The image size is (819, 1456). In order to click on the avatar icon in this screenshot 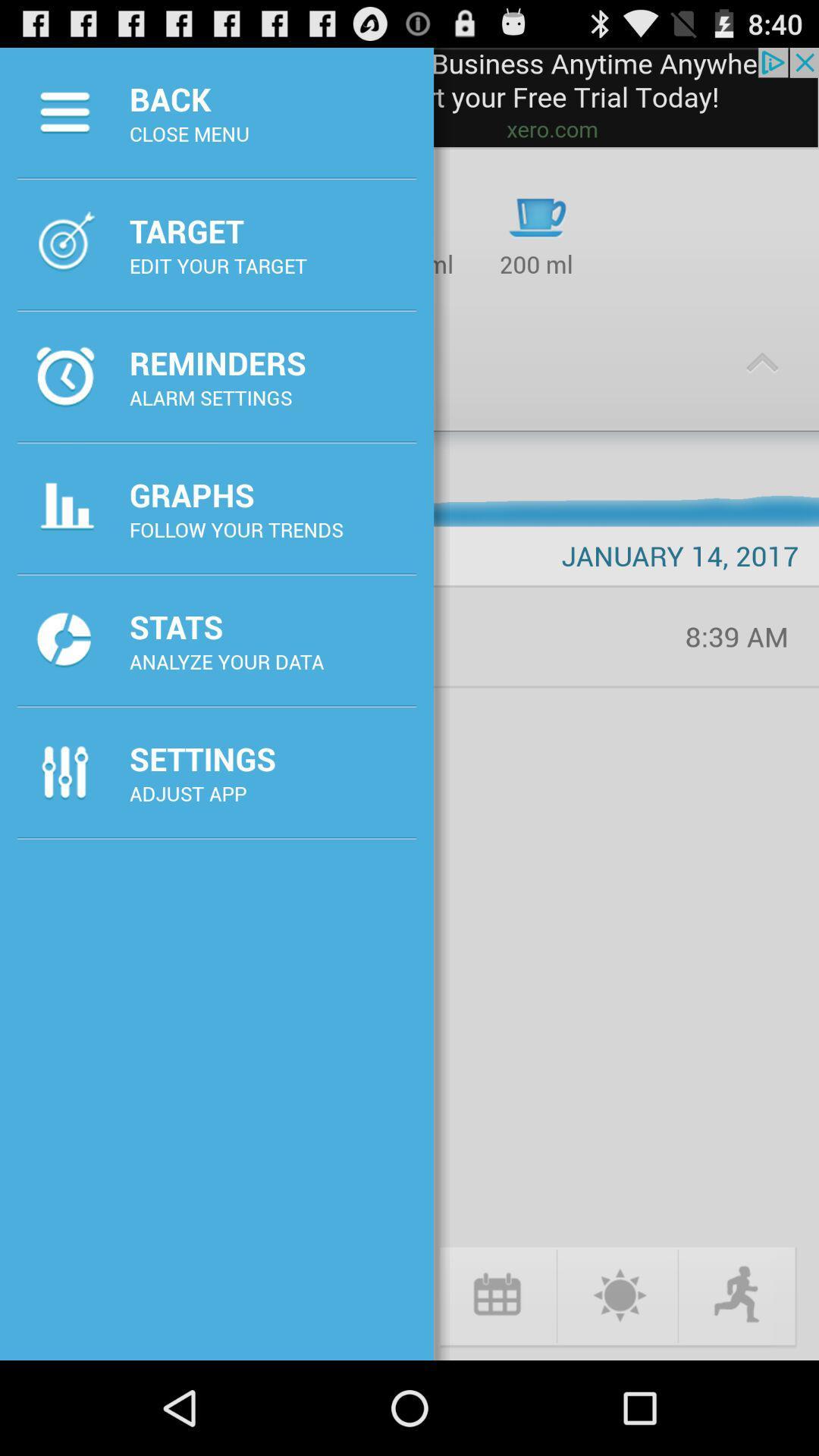, I will do `click(738, 1385)`.